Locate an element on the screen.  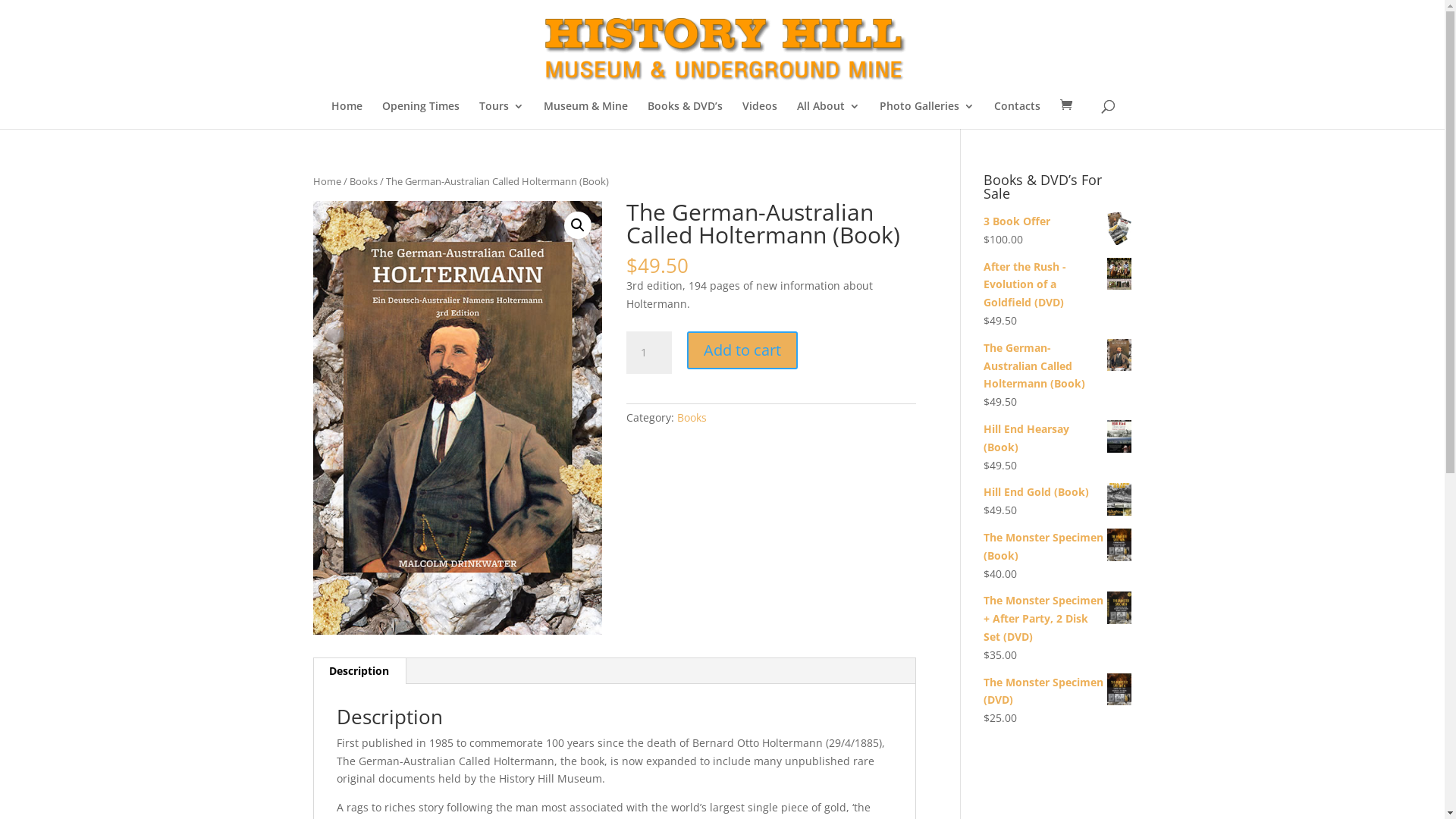
'Tours' is located at coordinates (501, 114).